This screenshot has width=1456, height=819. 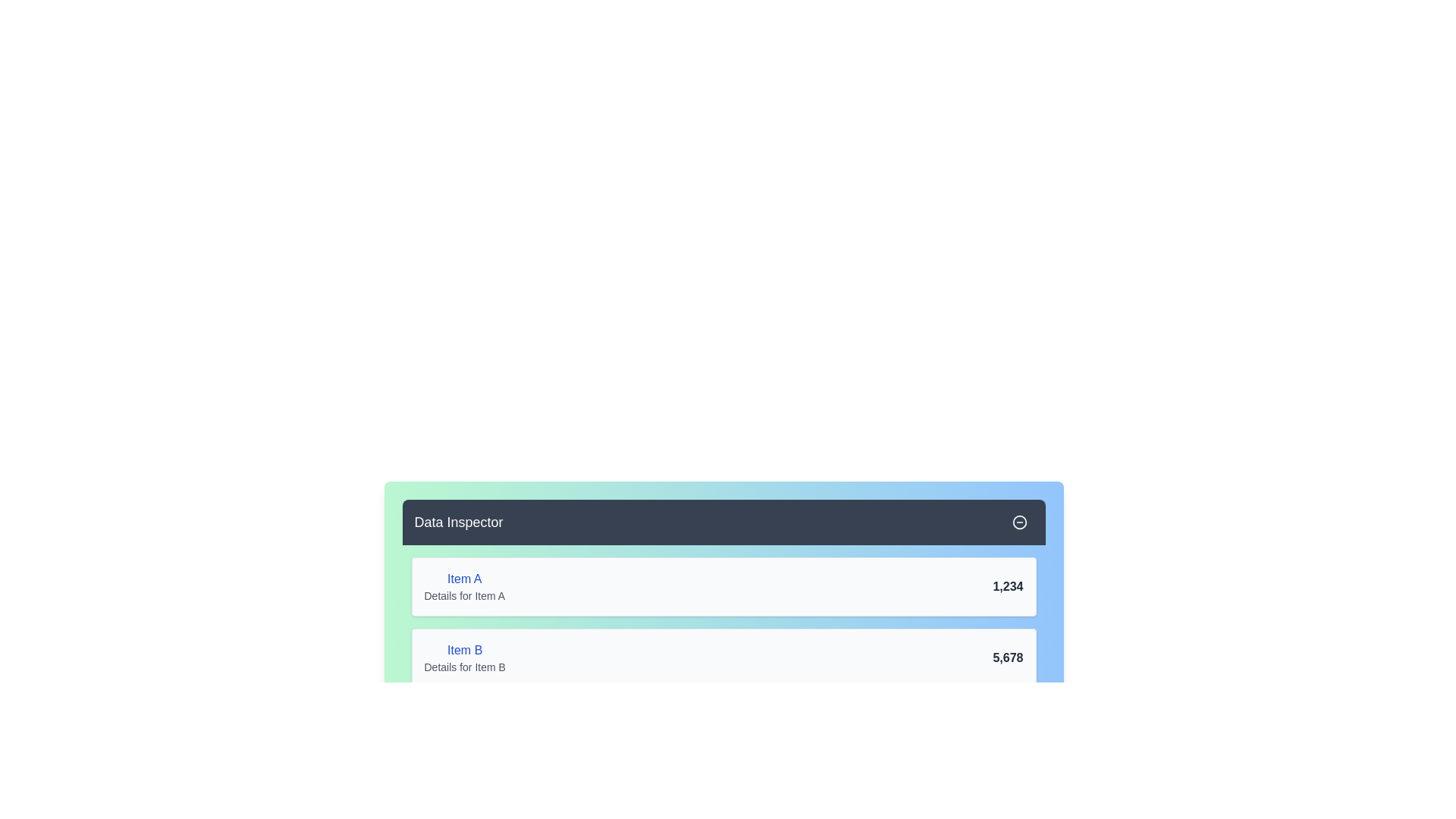 What do you see at coordinates (457, 522) in the screenshot?
I see `text of the title located in the top-left section of the horizontal header bar, which serves as a heading for the section` at bounding box center [457, 522].